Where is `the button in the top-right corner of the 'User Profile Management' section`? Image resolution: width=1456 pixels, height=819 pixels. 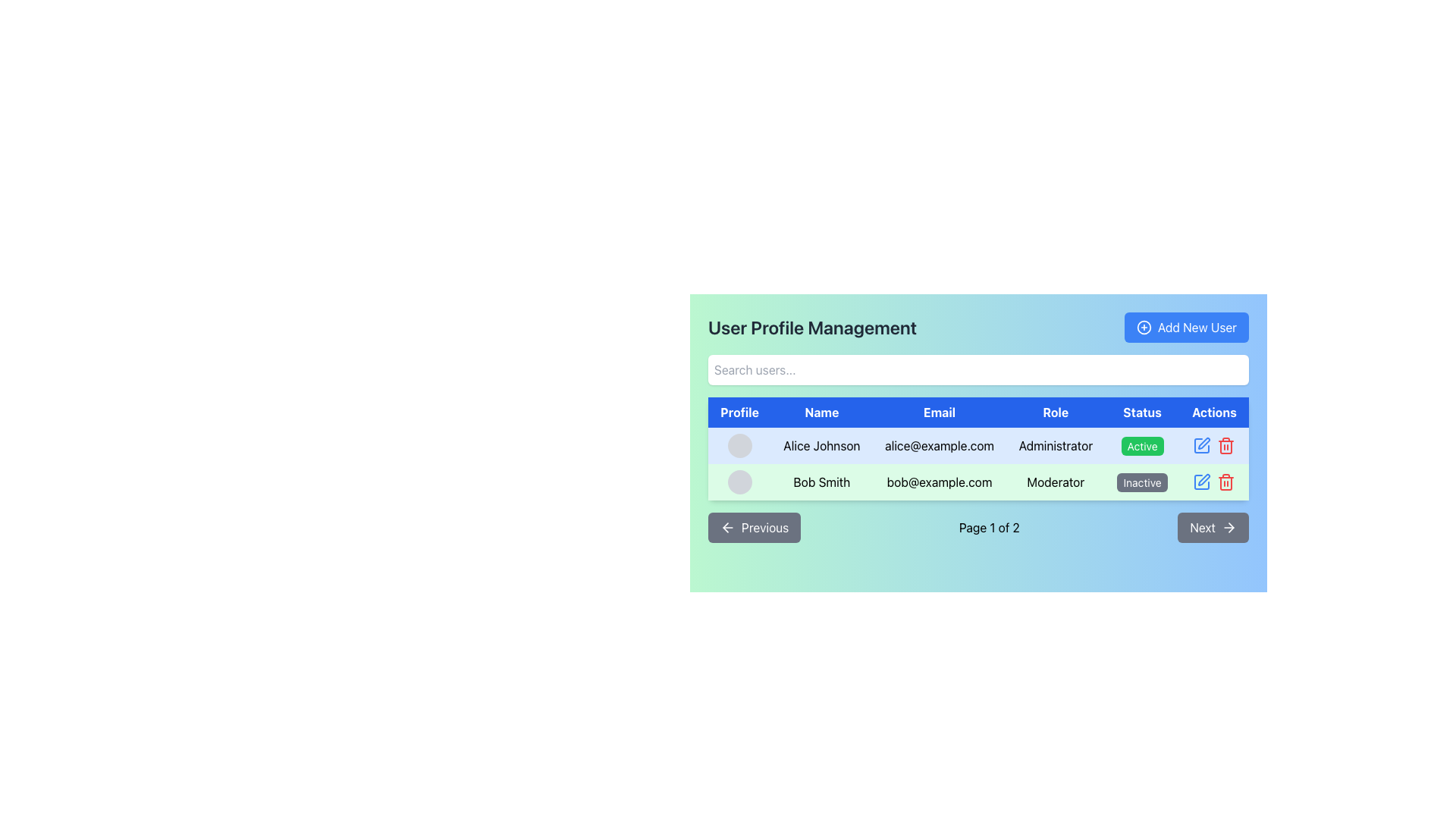 the button in the top-right corner of the 'User Profile Management' section is located at coordinates (1185, 327).